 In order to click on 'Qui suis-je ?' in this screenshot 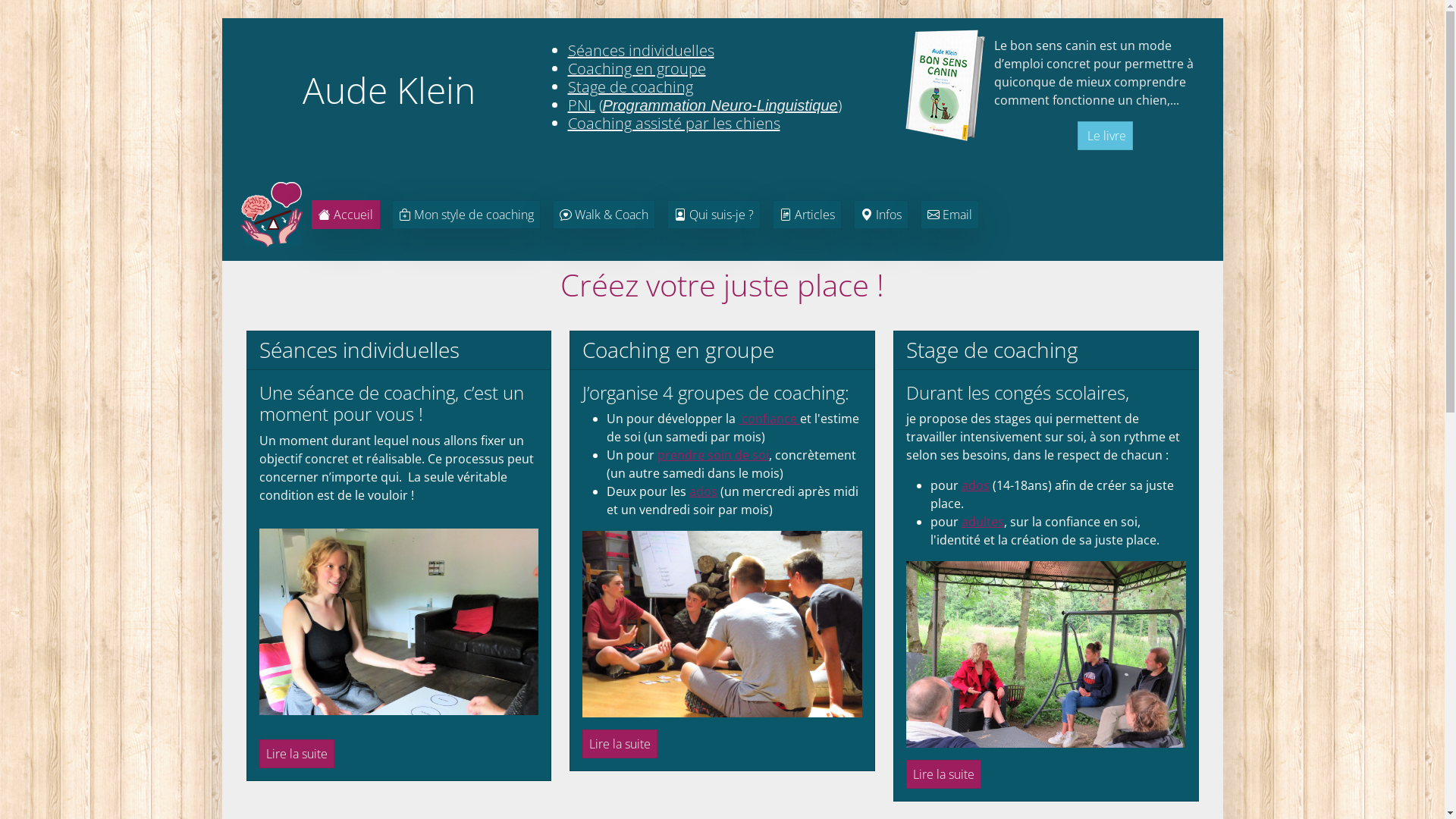, I will do `click(713, 214)`.